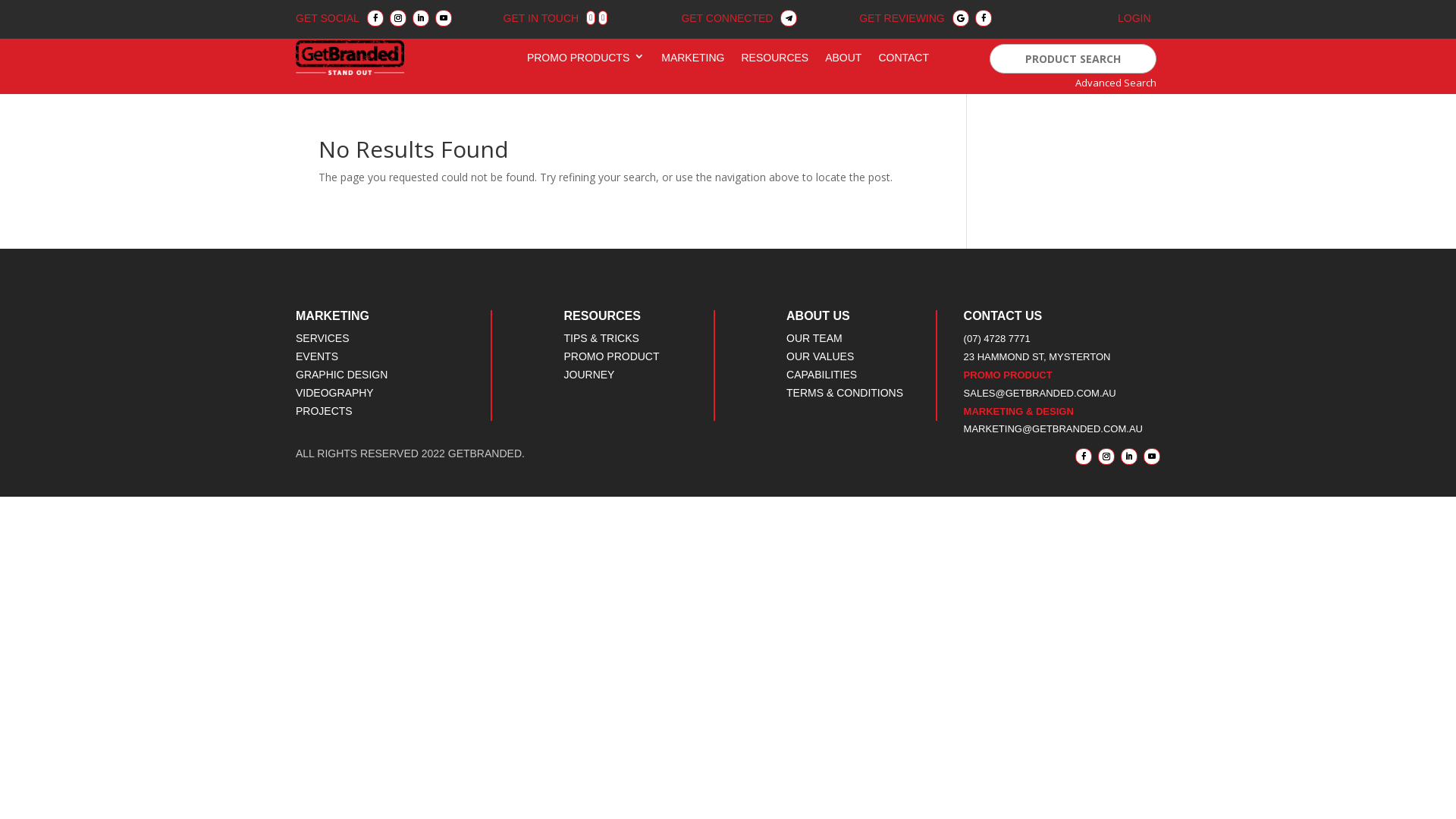 This screenshot has height=819, width=1456. I want to click on 'JOURNEY', so click(563, 374).